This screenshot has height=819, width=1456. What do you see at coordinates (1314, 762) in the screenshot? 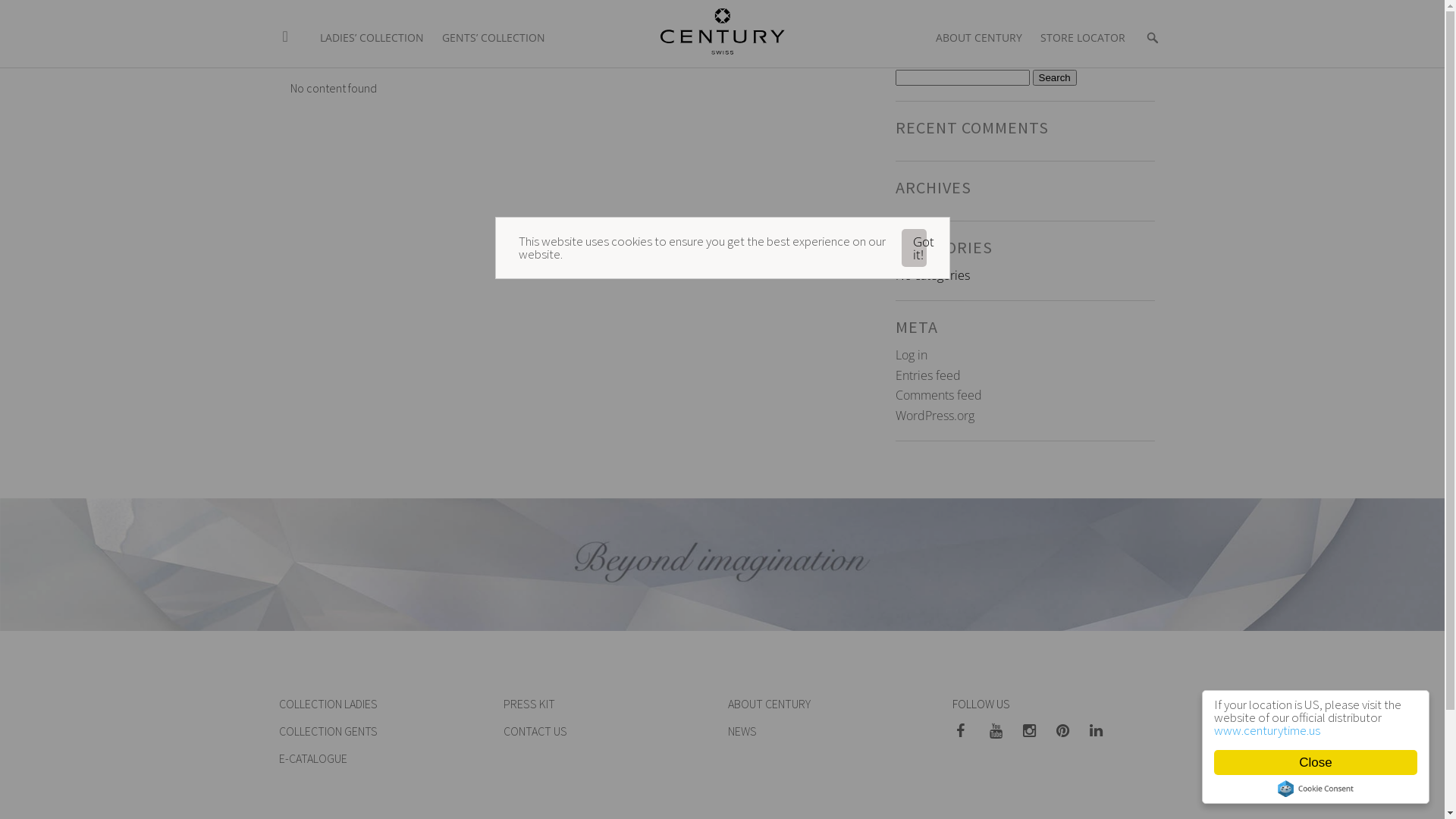
I see `'Close'` at bounding box center [1314, 762].